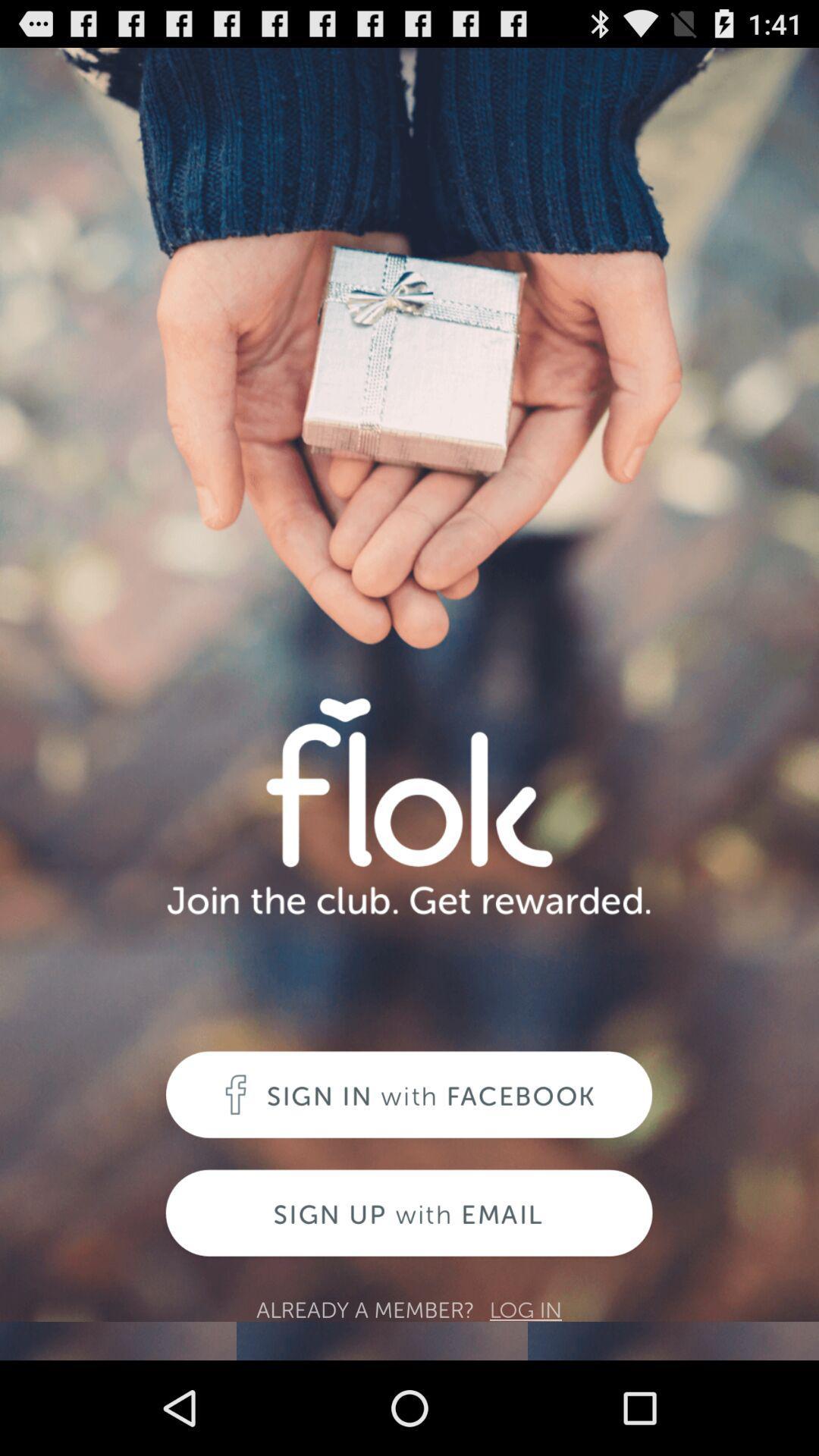 Image resolution: width=819 pixels, height=1456 pixels. I want to click on sign up with email, so click(408, 1215).